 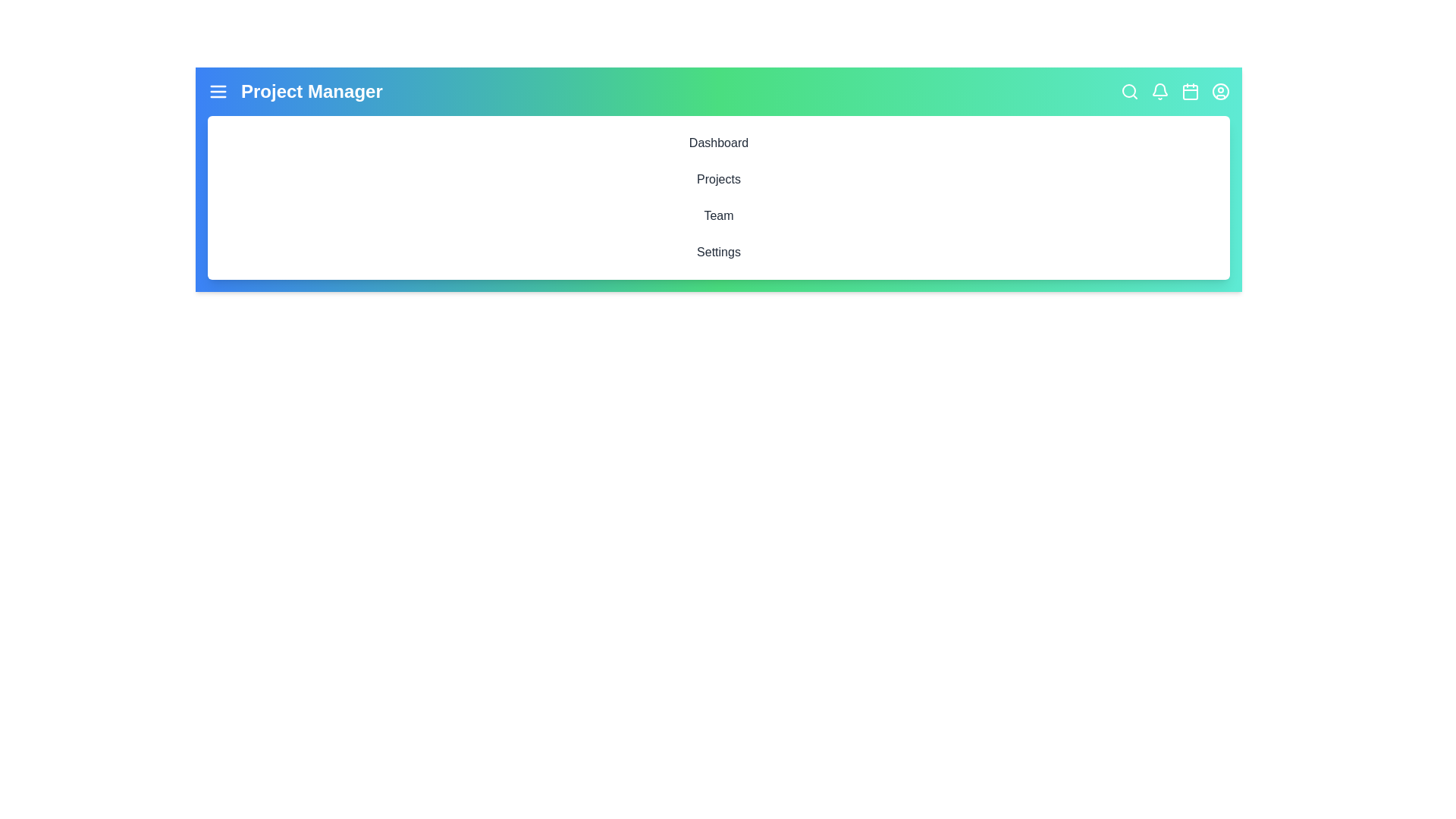 What do you see at coordinates (1189, 91) in the screenshot?
I see `the interactive element Calendar to inspect its hover effect` at bounding box center [1189, 91].